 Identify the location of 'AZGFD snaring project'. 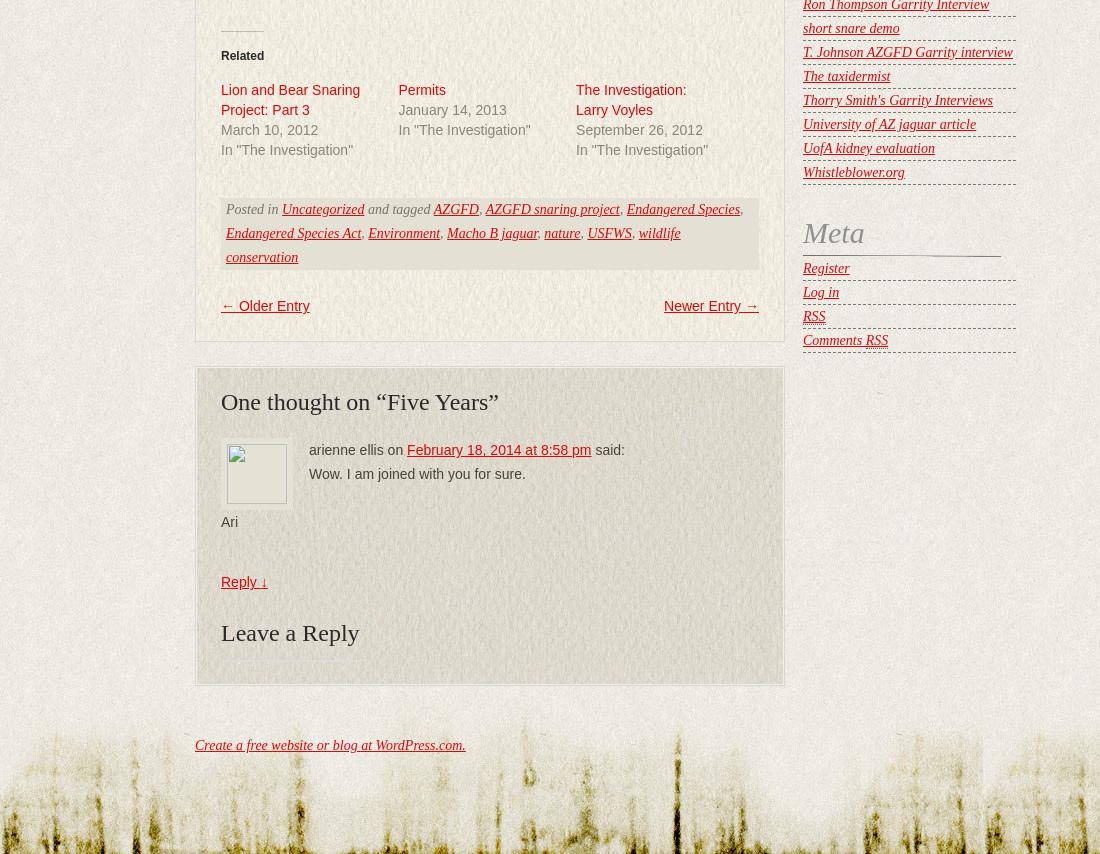
(550, 208).